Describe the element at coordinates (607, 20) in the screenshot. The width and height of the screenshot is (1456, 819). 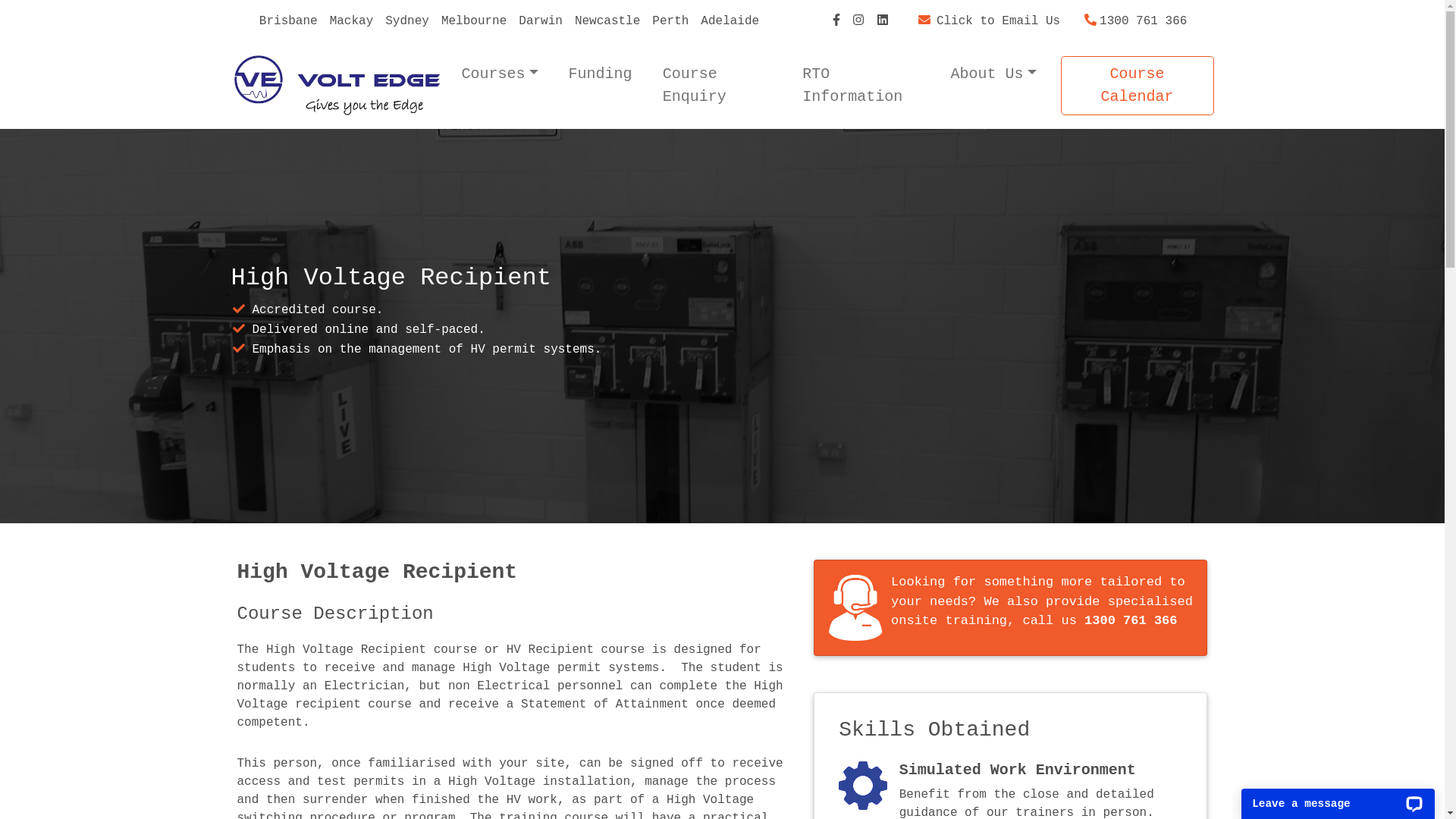
I see `'Newcastle'` at that location.